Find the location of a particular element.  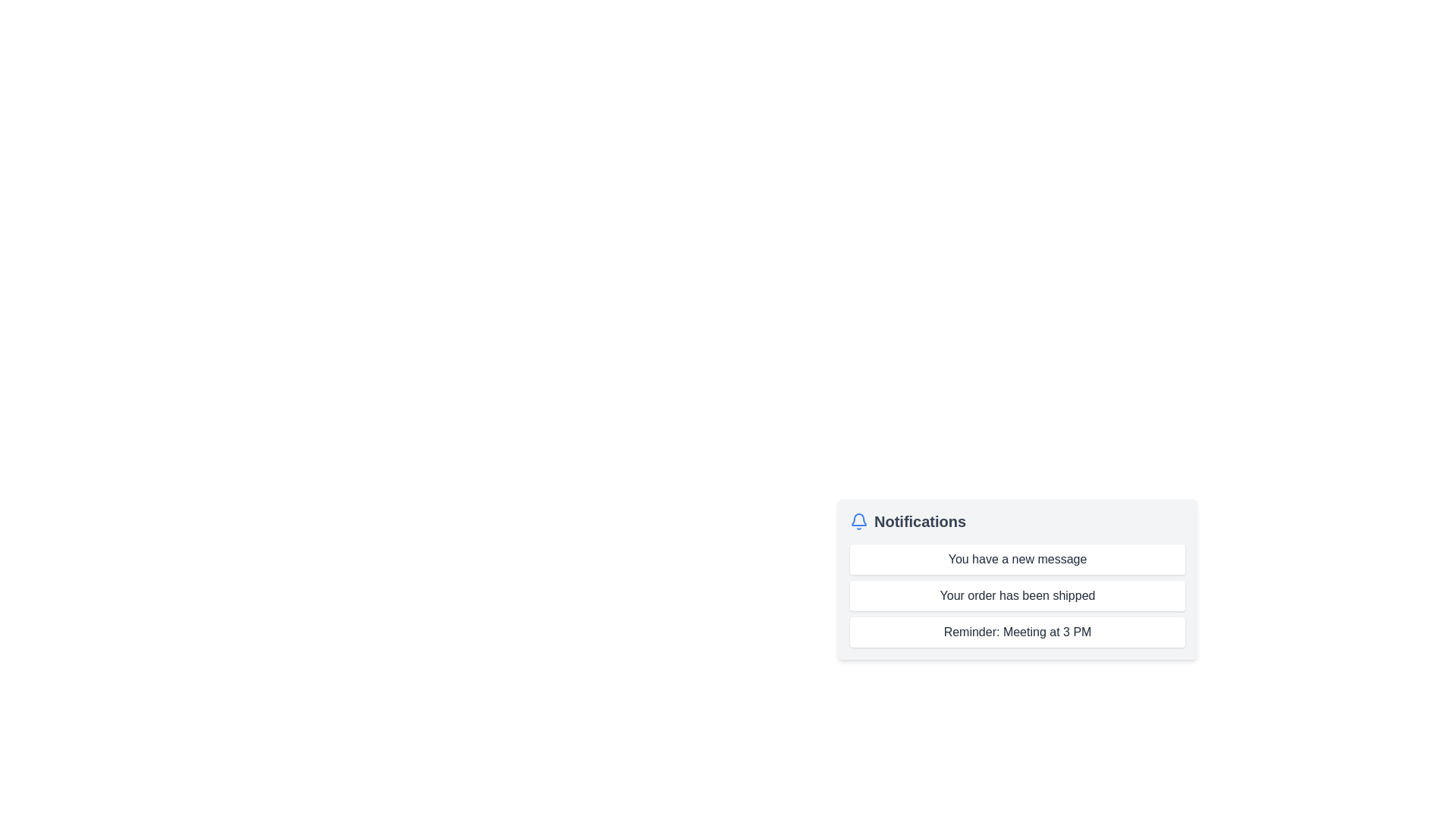

the blue bell icon located to the left of the 'Notifications' text in the top-center area of the notification panel is located at coordinates (858, 520).